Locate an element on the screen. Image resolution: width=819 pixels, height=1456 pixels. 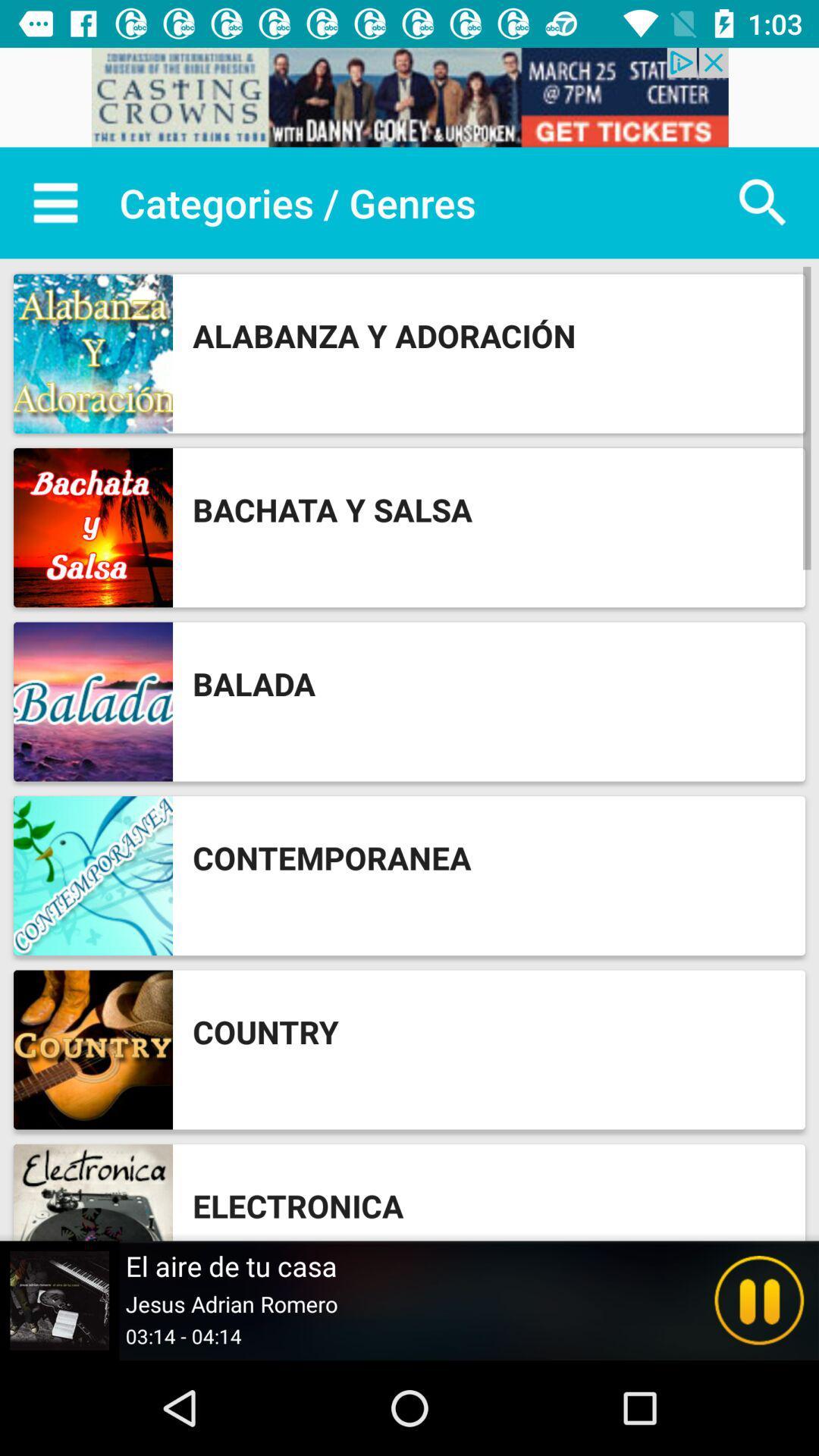
the pause icon is located at coordinates (759, 1300).